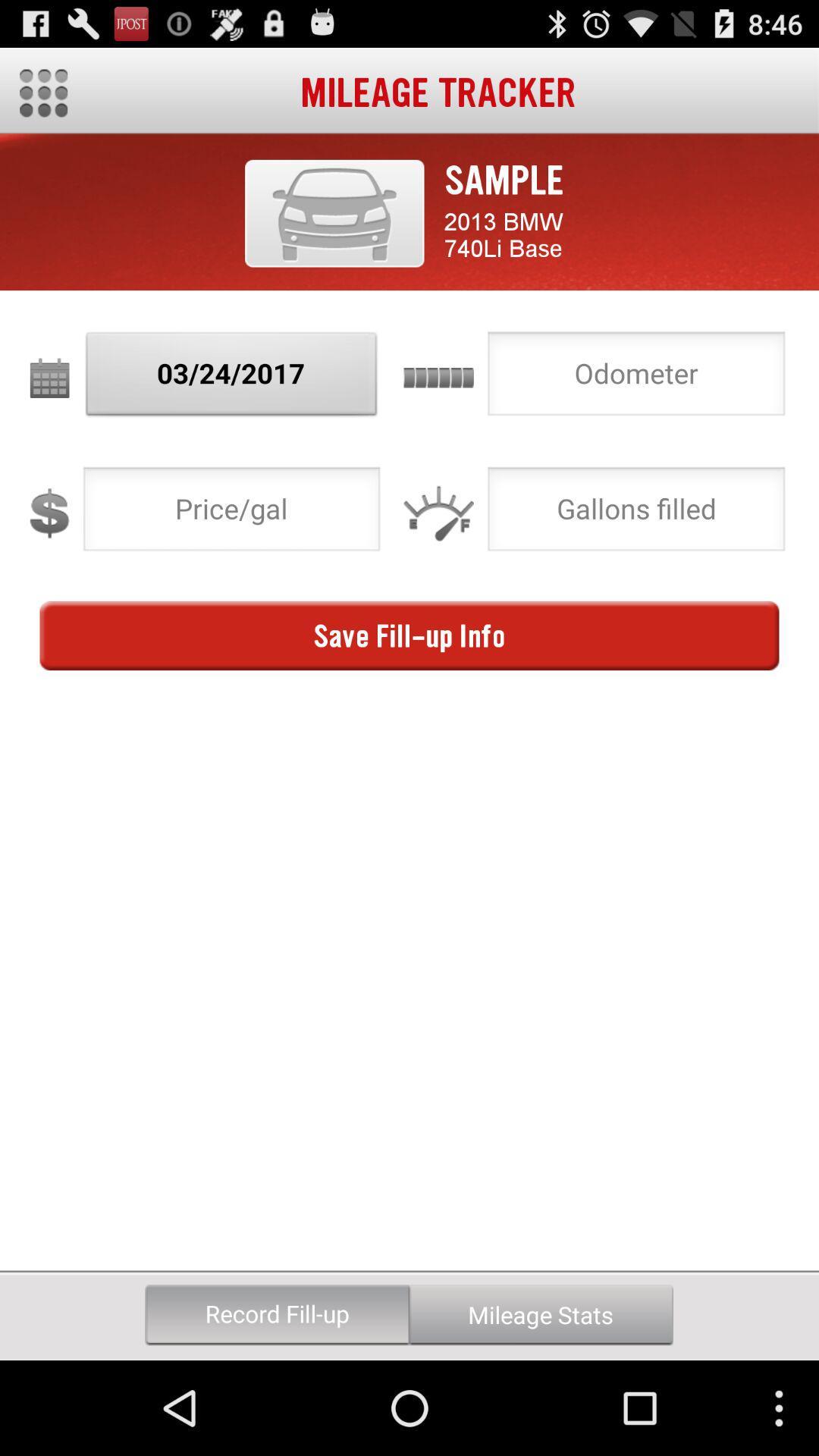 This screenshot has width=819, height=1456. I want to click on icon to the left of the mileage tracker, so click(42, 93).